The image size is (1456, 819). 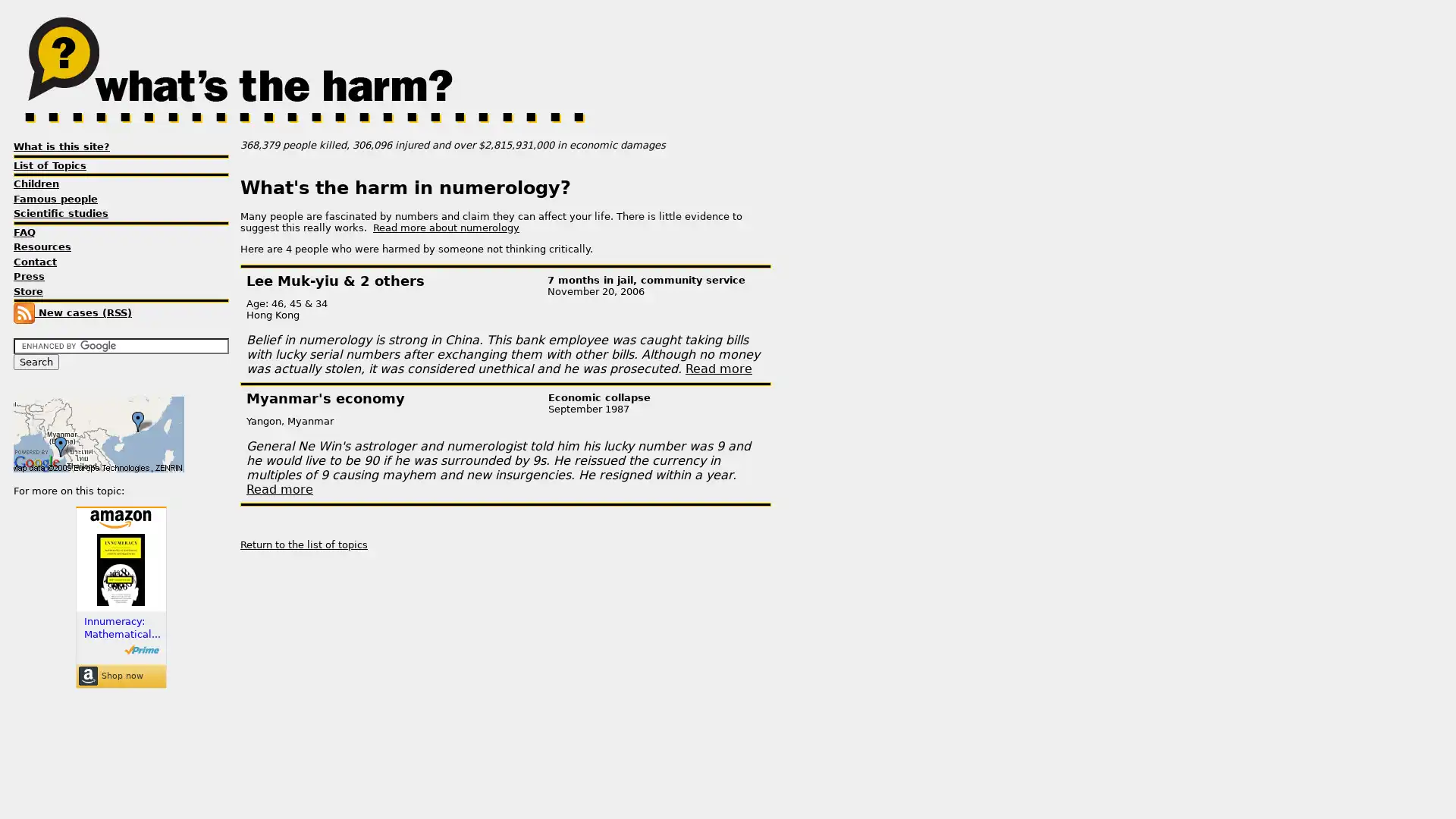 I want to click on Search, so click(x=36, y=362).